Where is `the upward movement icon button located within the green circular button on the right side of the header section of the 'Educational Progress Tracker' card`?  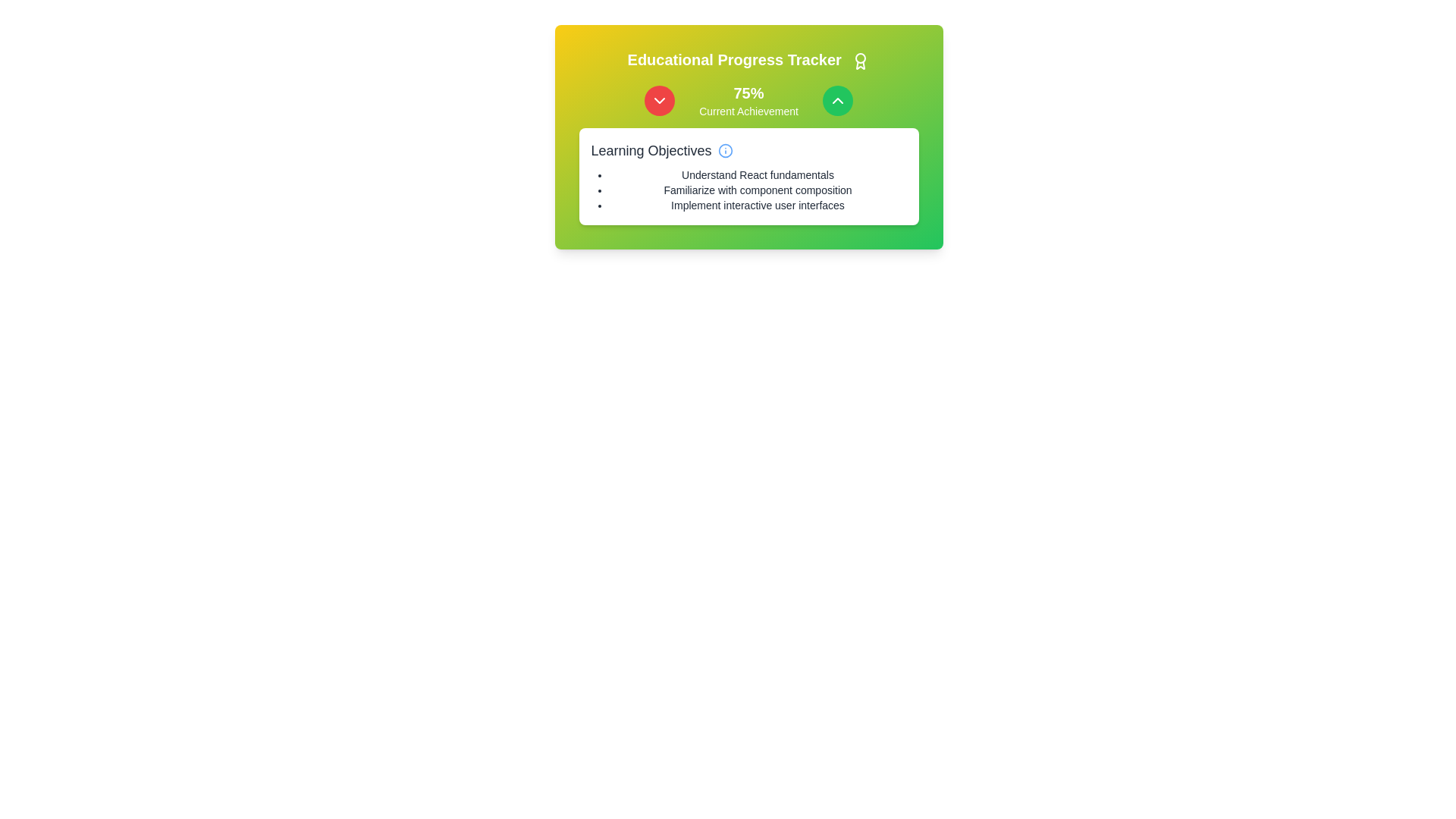 the upward movement icon button located within the green circular button on the right side of the header section of the 'Educational Progress Tracker' card is located at coordinates (836, 100).